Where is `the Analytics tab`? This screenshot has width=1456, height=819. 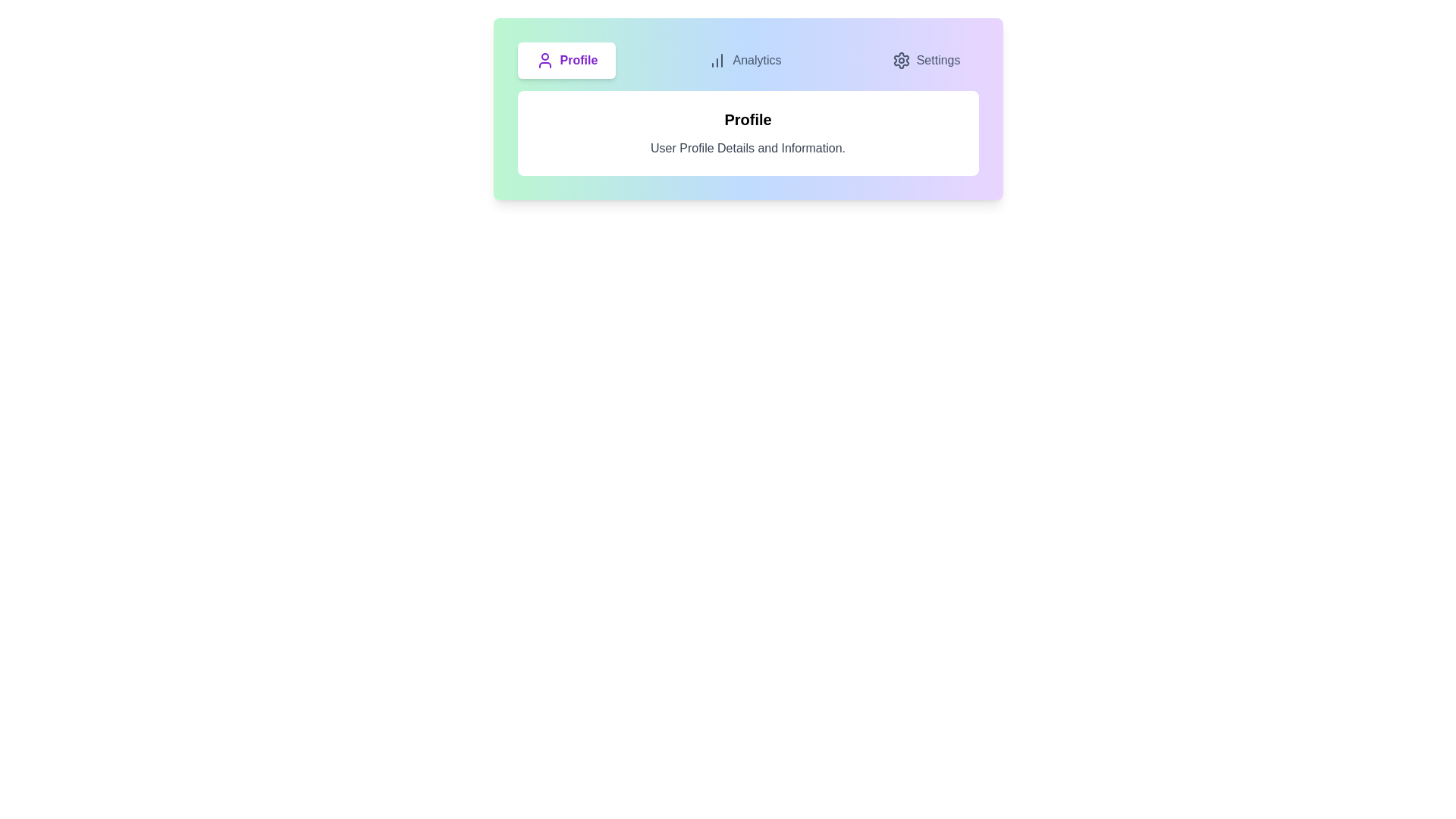 the Analytics tab is located at coordinates (745, 60).